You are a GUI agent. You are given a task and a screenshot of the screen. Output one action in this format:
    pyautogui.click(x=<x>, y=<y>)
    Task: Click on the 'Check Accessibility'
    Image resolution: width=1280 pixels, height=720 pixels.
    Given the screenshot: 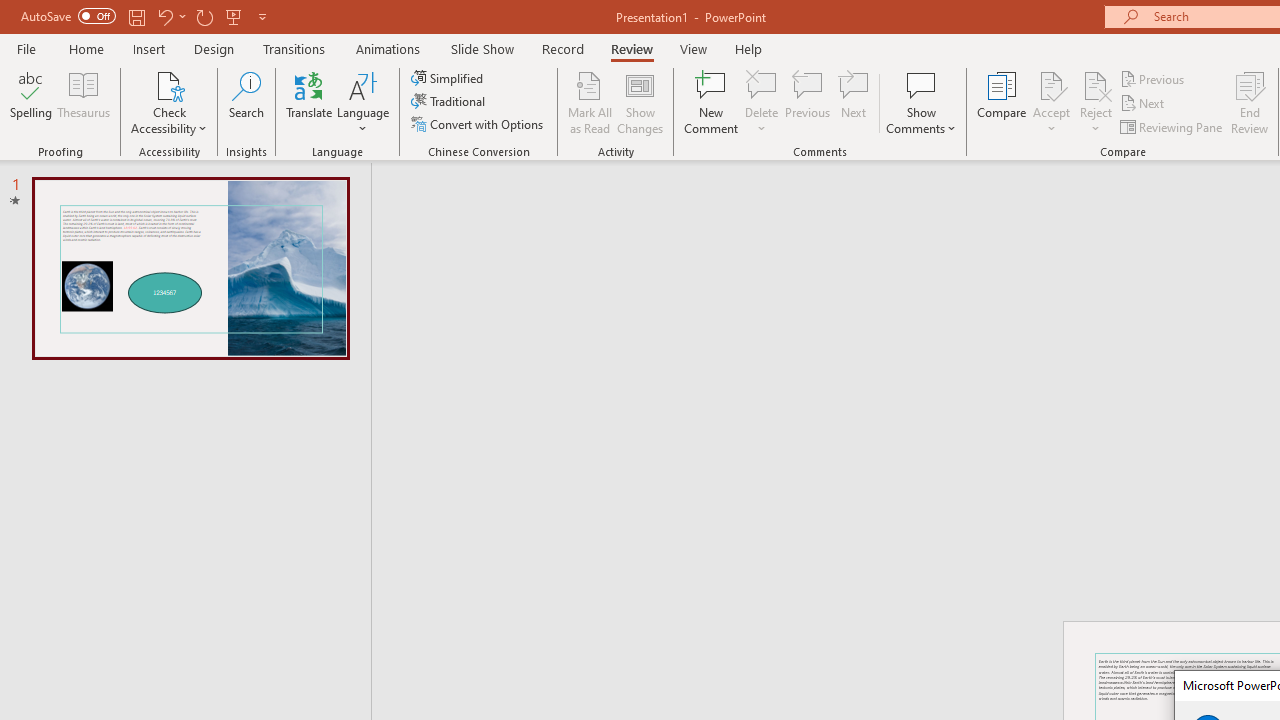 What is the action you would take?
    pyautogui.click(x=169, y=84)
    